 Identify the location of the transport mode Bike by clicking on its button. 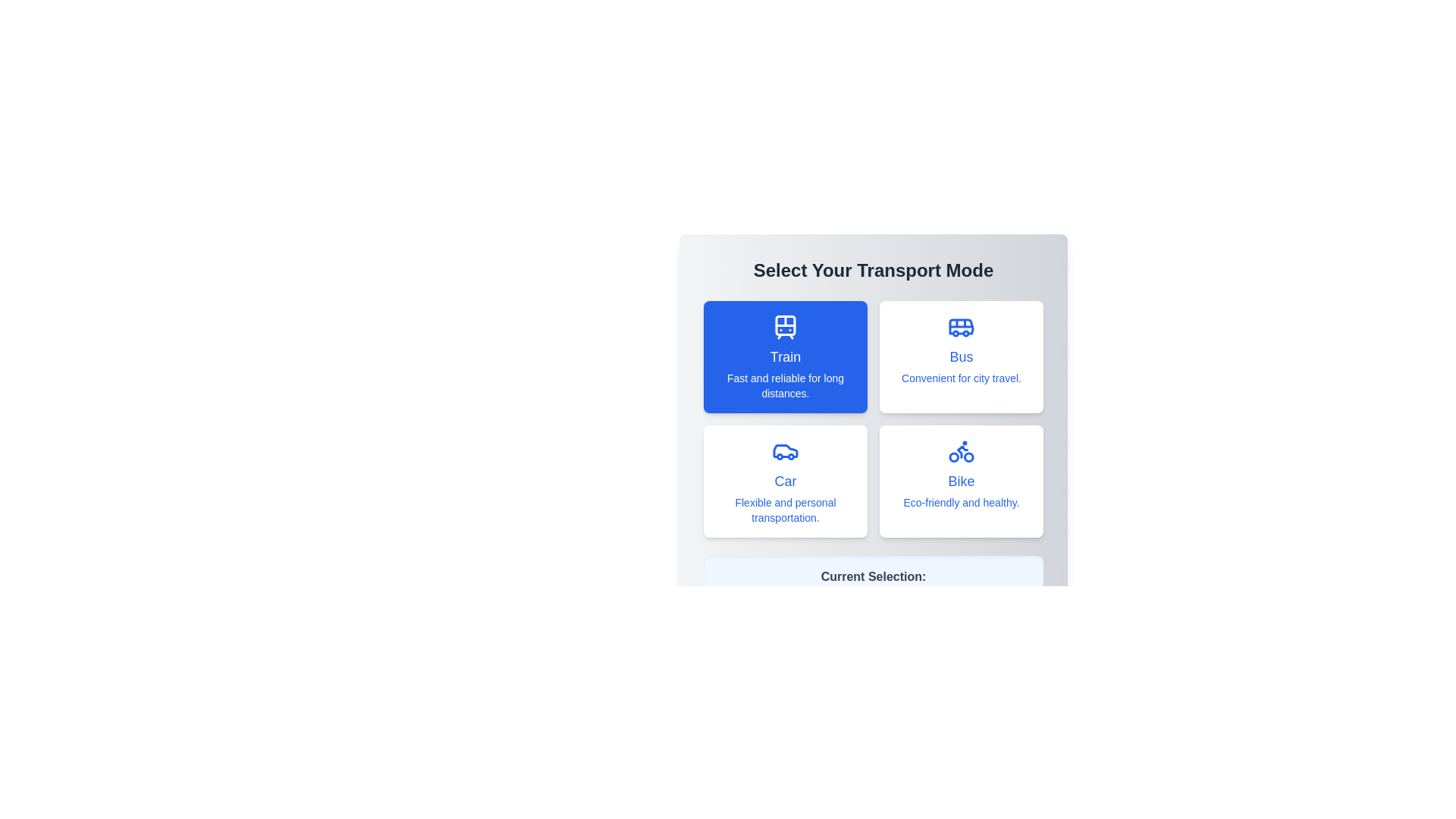
(960, 482).